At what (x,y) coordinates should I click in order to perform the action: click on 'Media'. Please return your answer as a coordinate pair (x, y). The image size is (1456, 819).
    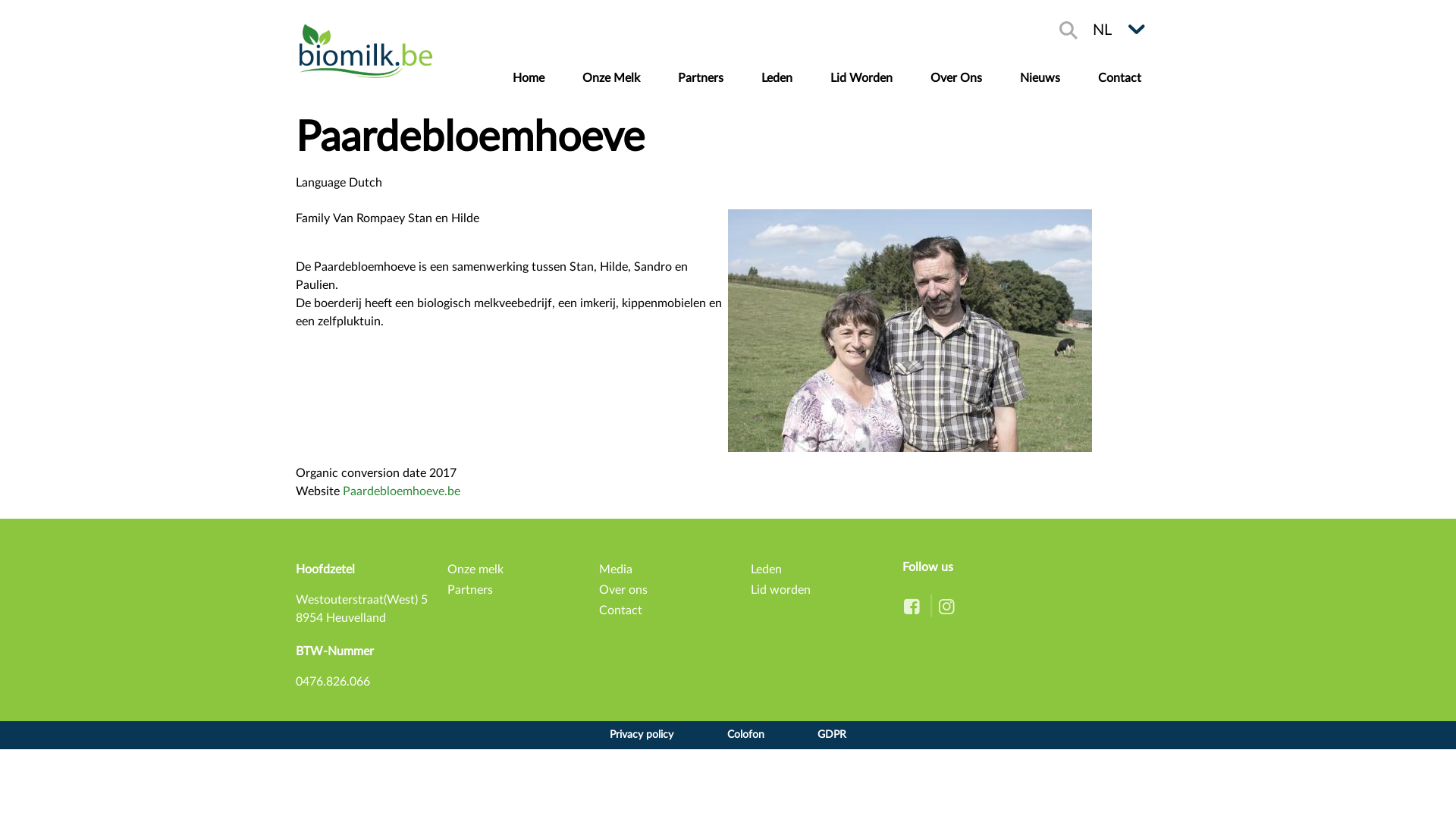
    Looking at the image, I should click on (598, 570).